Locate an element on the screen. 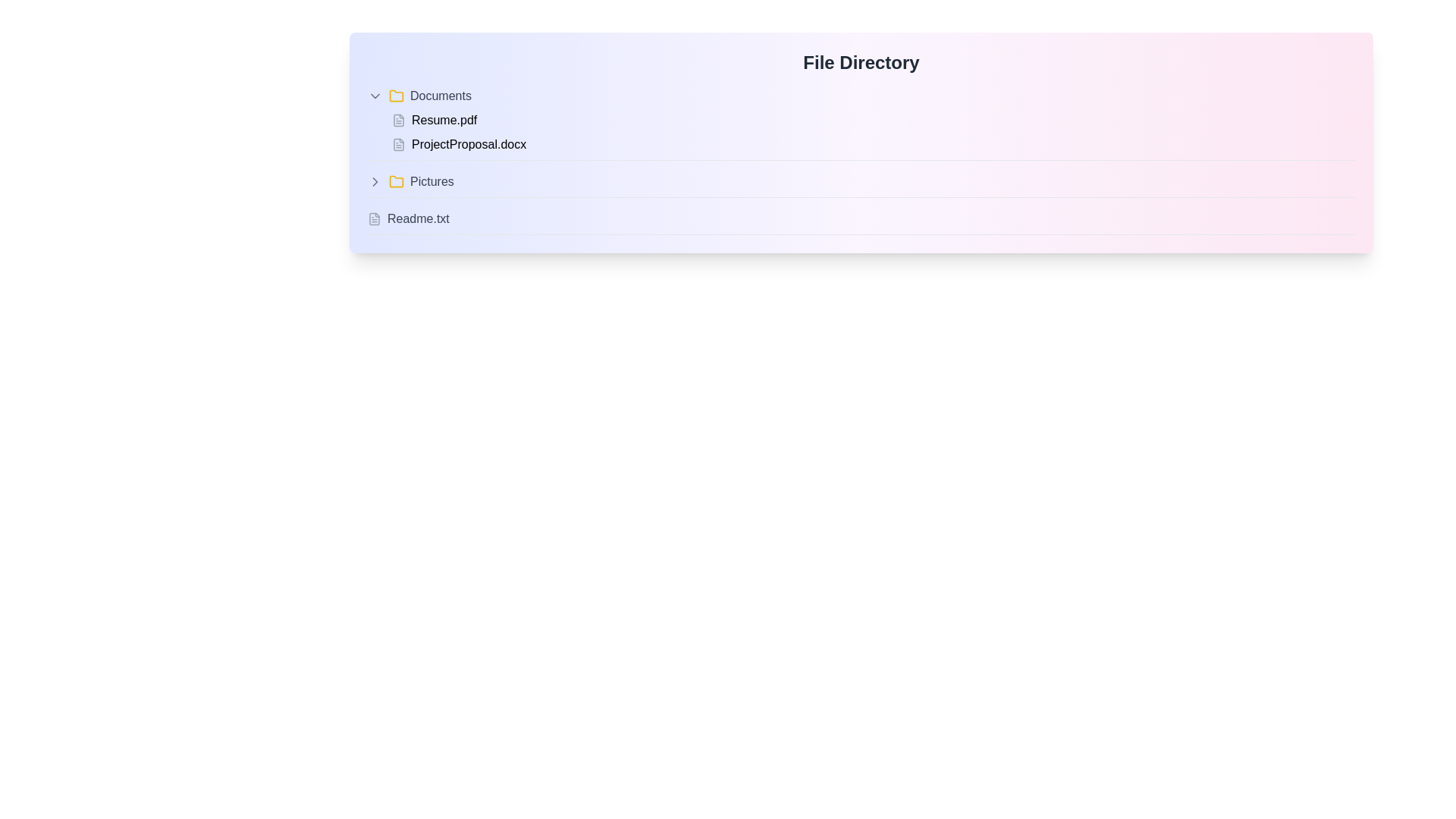 Image resolution: width=1456 pixels, height=819 pixels. the chevron toggle icon to the left of the 'Documents' folder label is located at coordinates (375, 96).